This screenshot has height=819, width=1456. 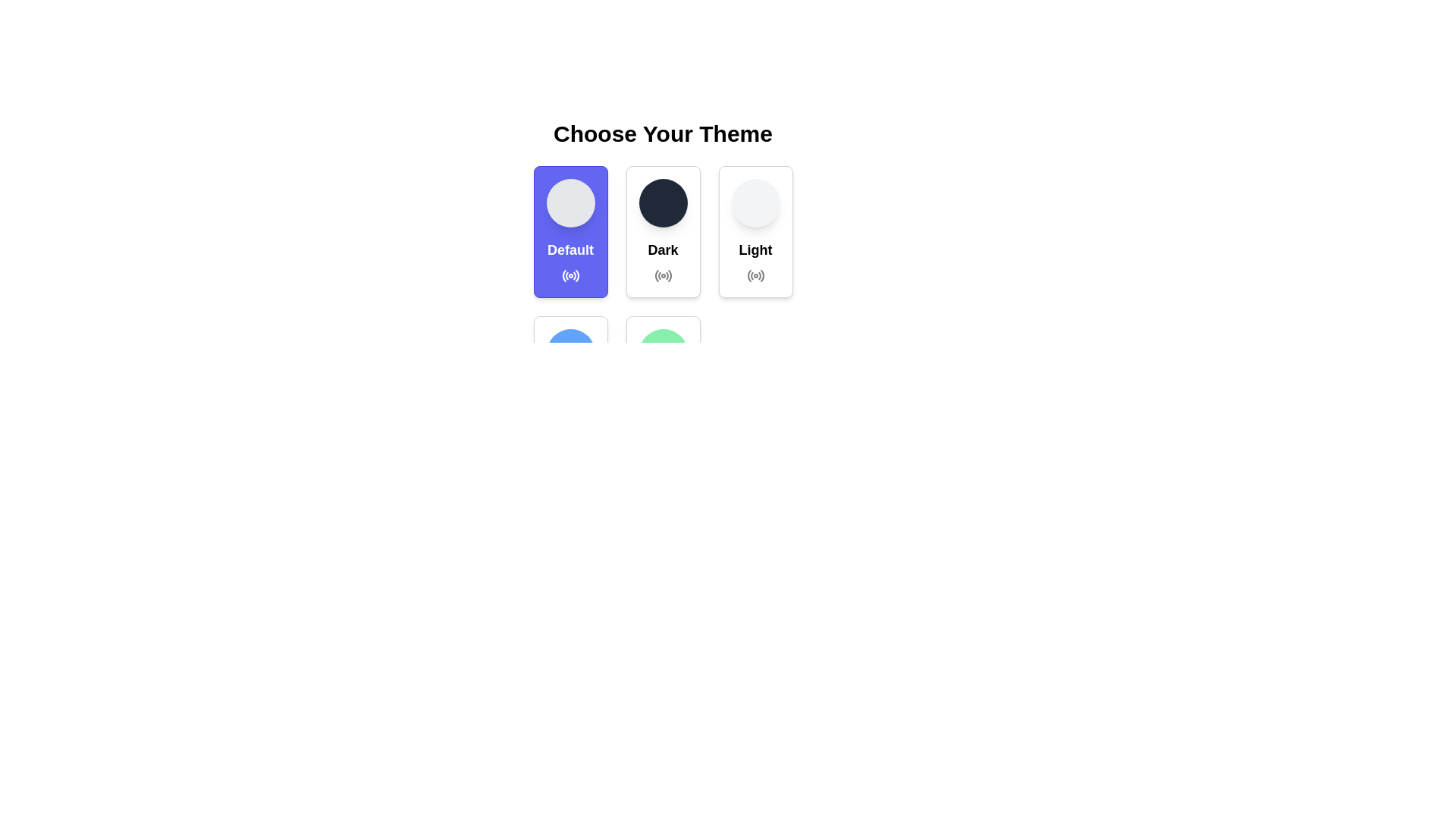 I want to click on the 'Blue' theme selectable card, which is the leftmost item in the second row of the grid layout, so click(x=570, y=381).